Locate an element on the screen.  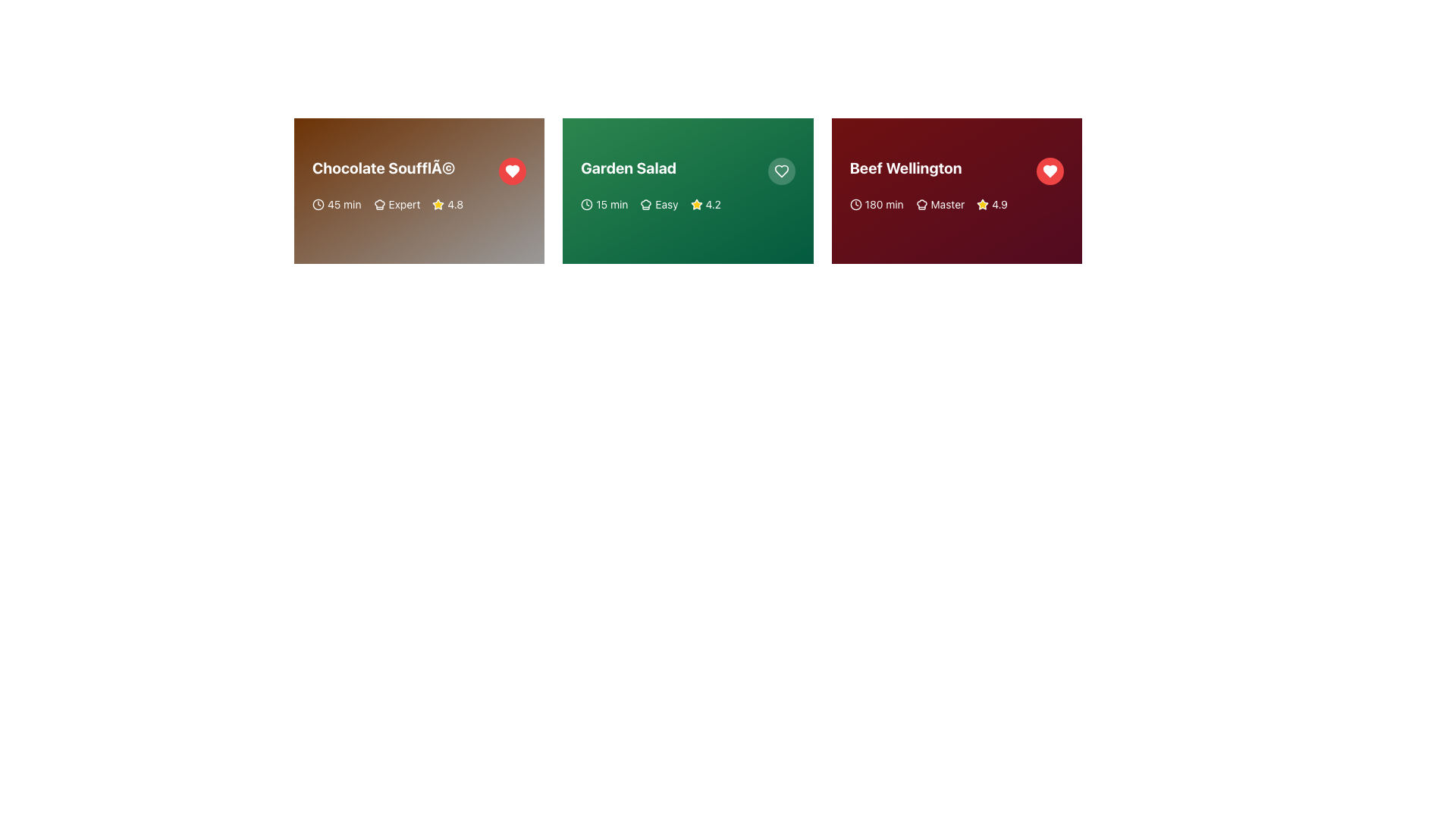
the SVG-based chef's hat icon located in the upper-right corner of the 'Beef Wellington' card is located at coordinates (921, 205).